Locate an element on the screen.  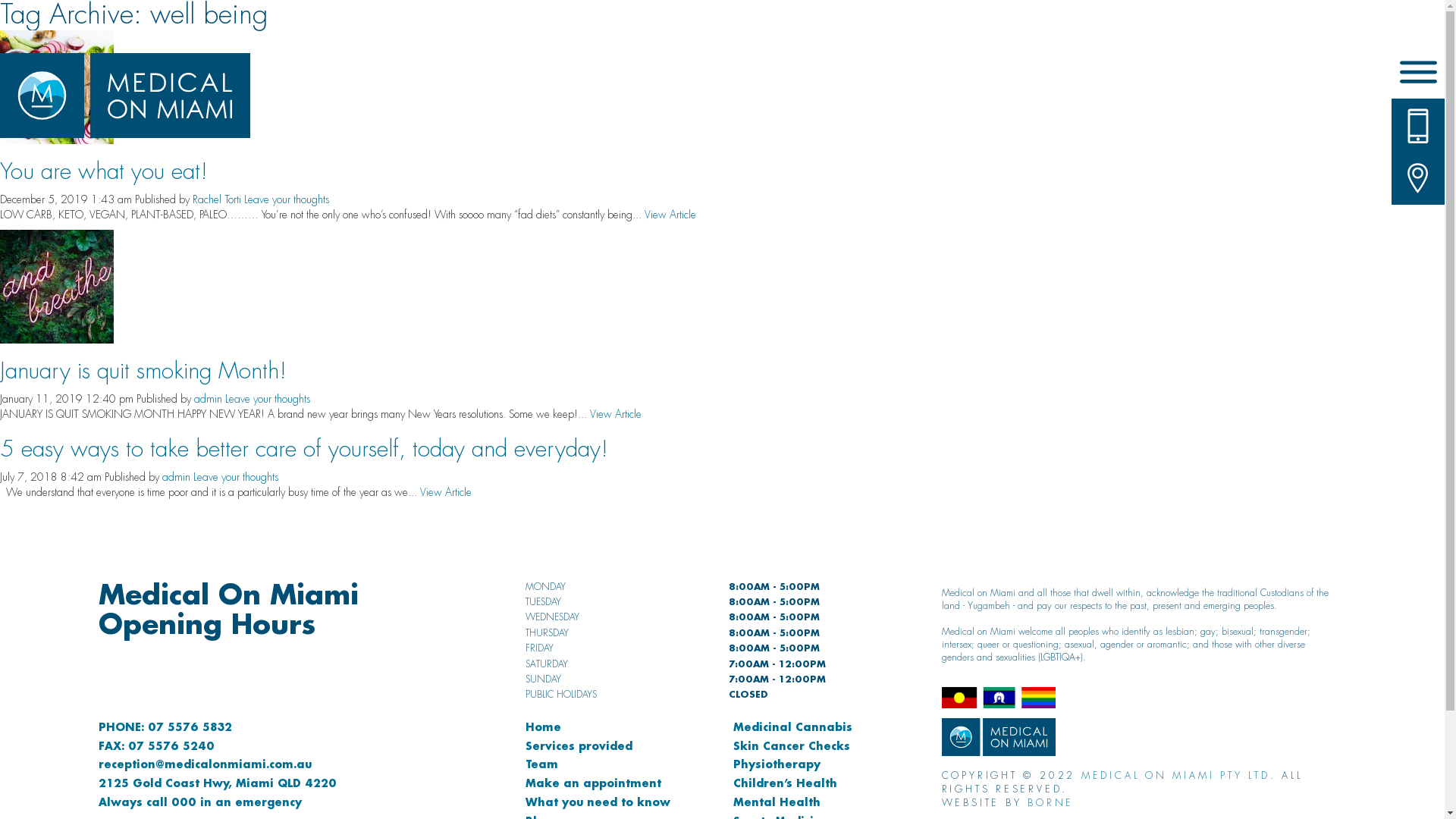
'MEDICAL ON MIAMI PTY LTD.' is located at coordinates (1080, 775).